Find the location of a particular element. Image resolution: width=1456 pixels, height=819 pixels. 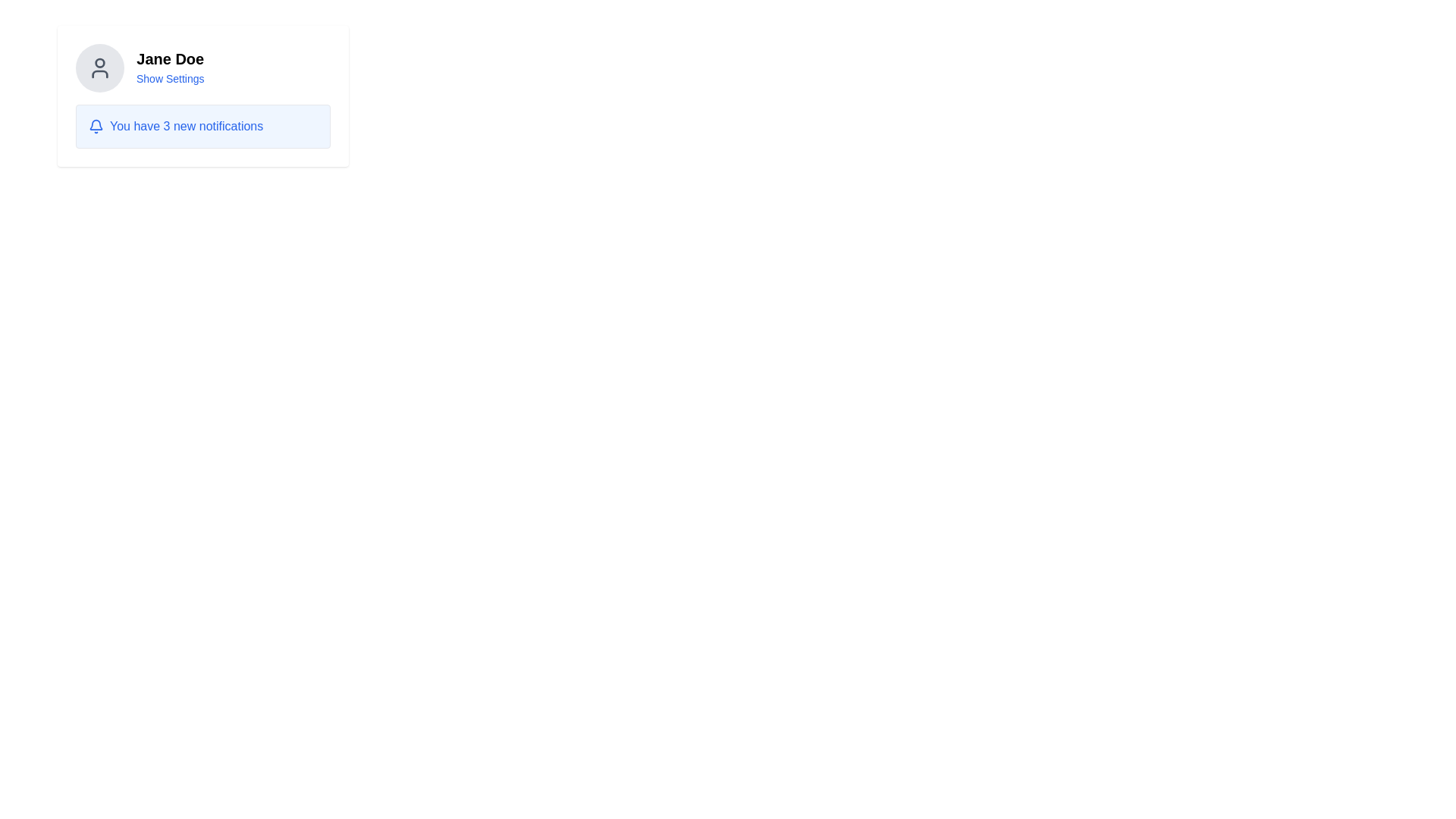

the 'Show Settings' text link located below 'Jane Doe' is located at coordinates (170, 79).